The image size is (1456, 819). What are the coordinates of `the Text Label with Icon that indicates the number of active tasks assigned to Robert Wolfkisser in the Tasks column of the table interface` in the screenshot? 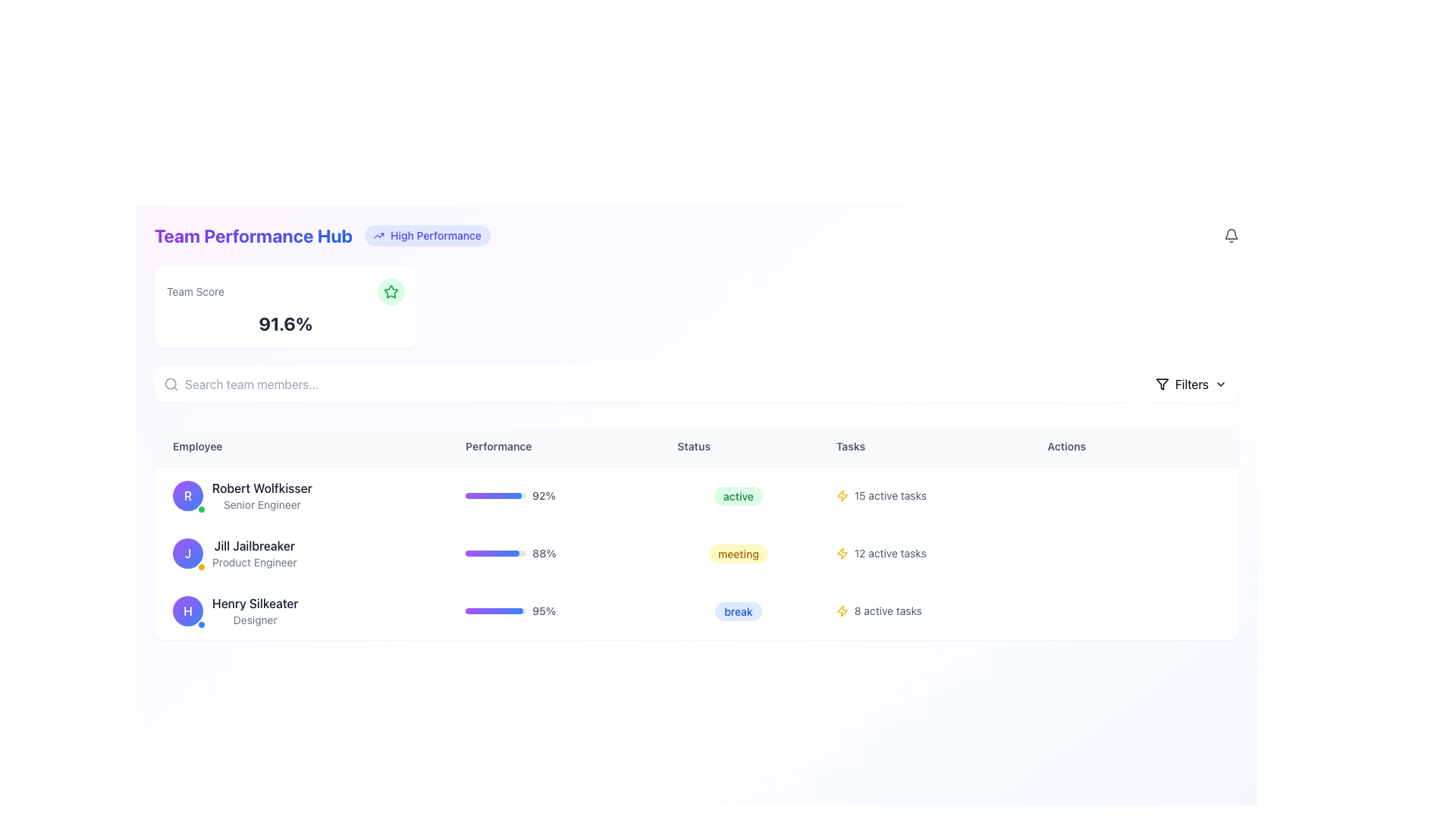 It's located at (923, 496).